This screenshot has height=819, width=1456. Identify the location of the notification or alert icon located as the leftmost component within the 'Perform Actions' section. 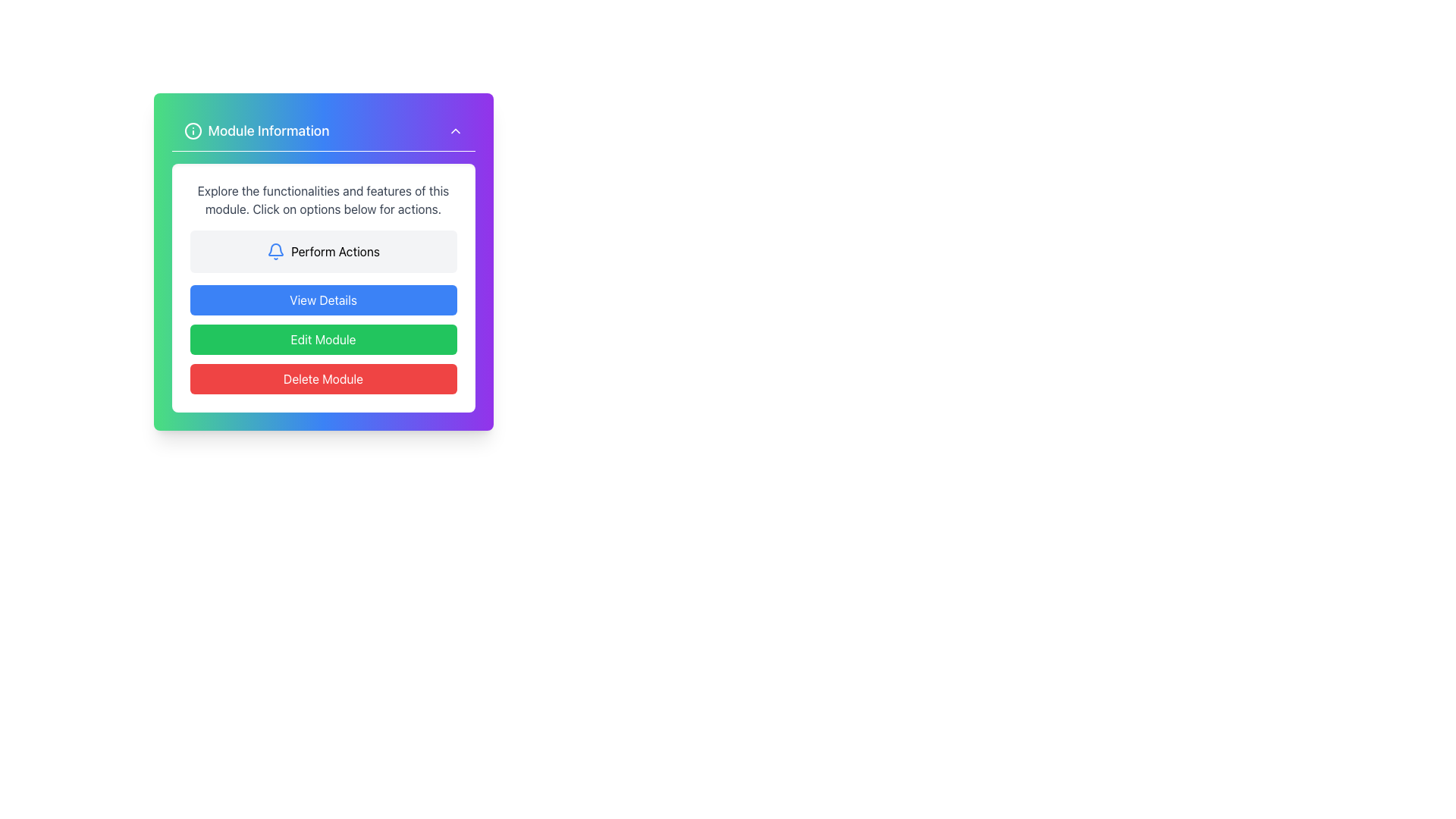
(276, 250).